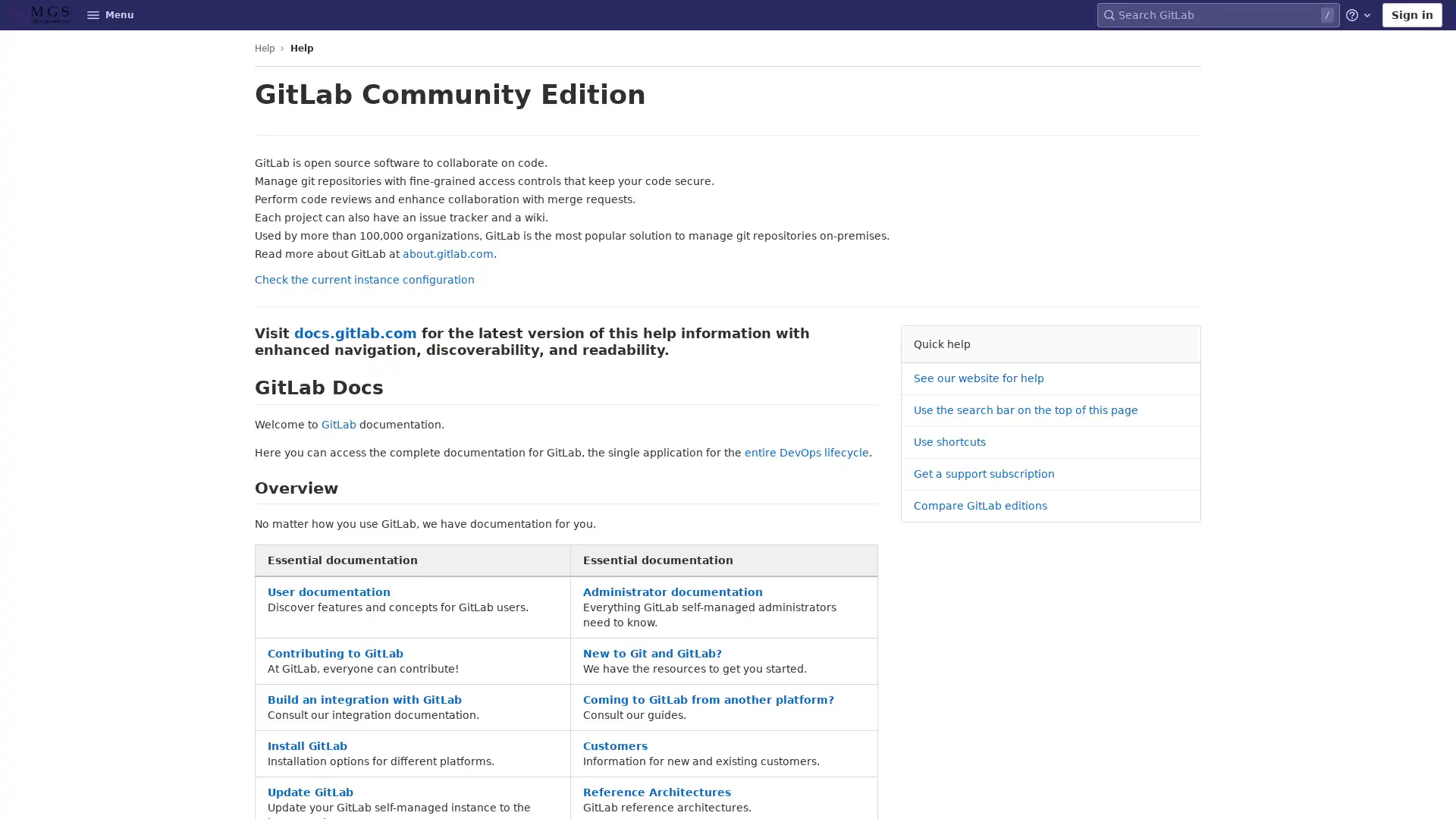 This screenshot has height=819, width=1456. Describe the element at coordinates (949, 442) in the screenshot. I see `Use shortcuts` at that location.